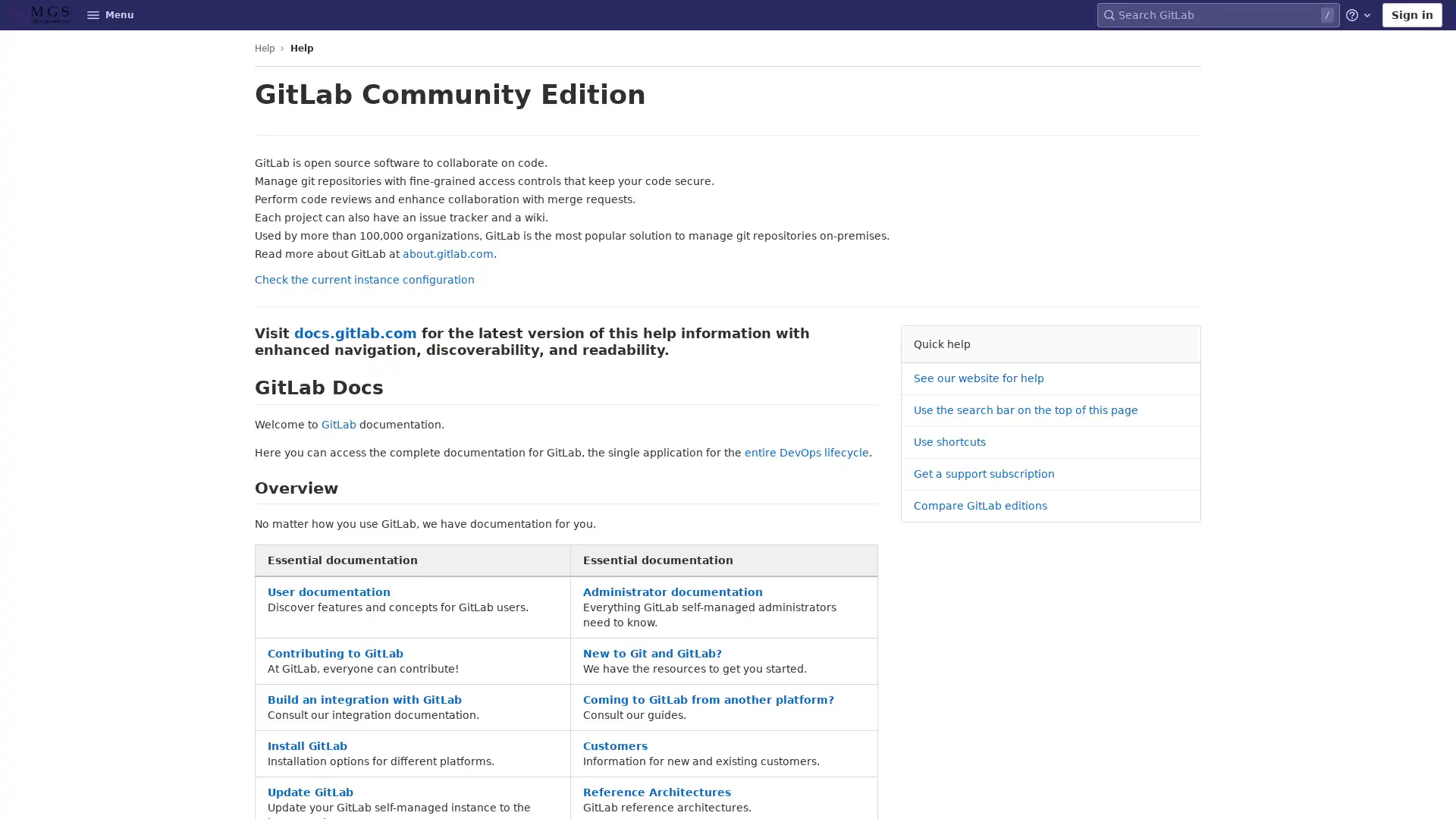 This screenshot has height=819, width=1456. Describe the element at coordinates (949, 442) in the screenshot. I see `Use shortcuts` at that location.